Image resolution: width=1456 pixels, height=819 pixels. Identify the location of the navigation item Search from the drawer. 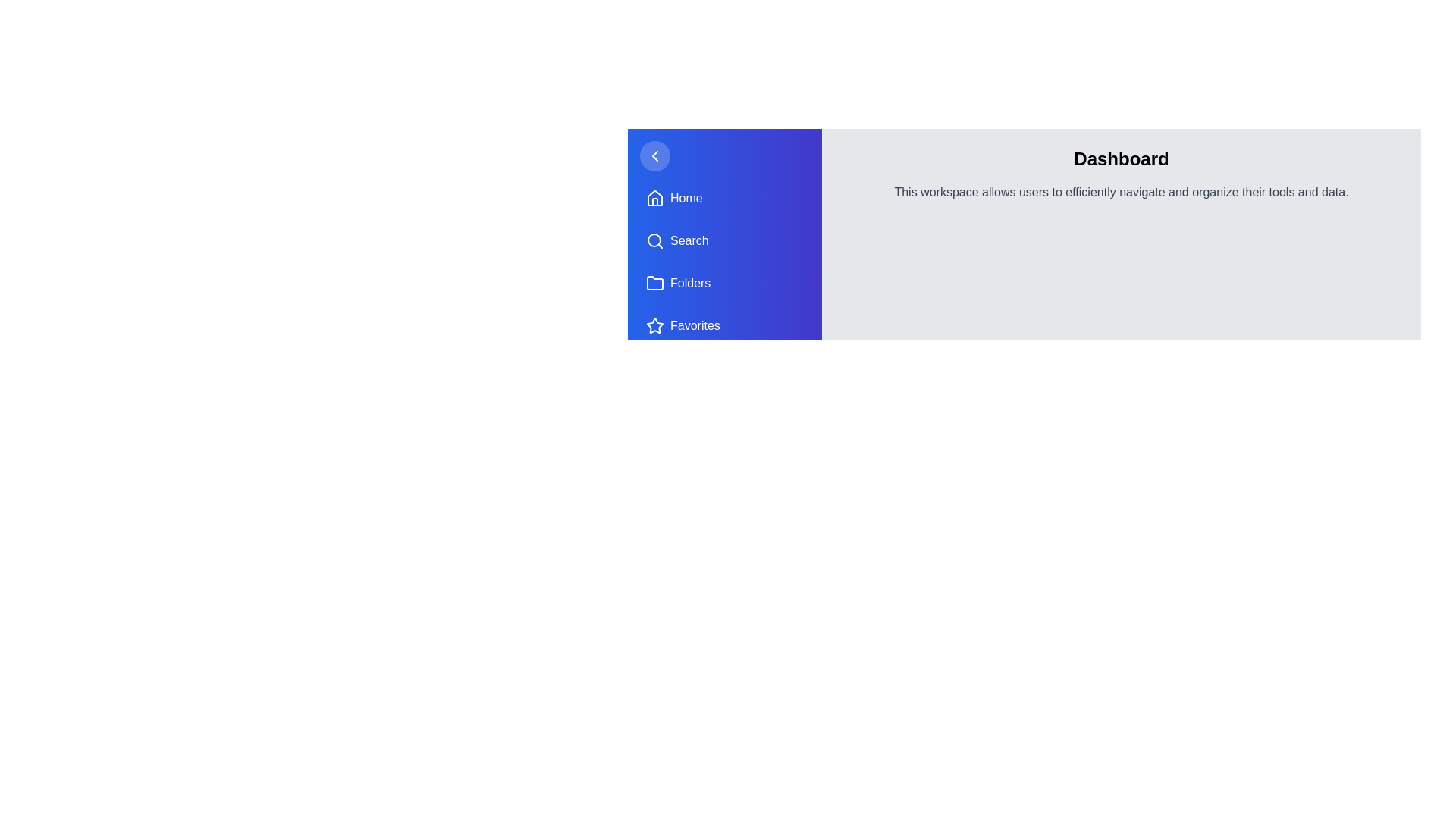
(723, 240).